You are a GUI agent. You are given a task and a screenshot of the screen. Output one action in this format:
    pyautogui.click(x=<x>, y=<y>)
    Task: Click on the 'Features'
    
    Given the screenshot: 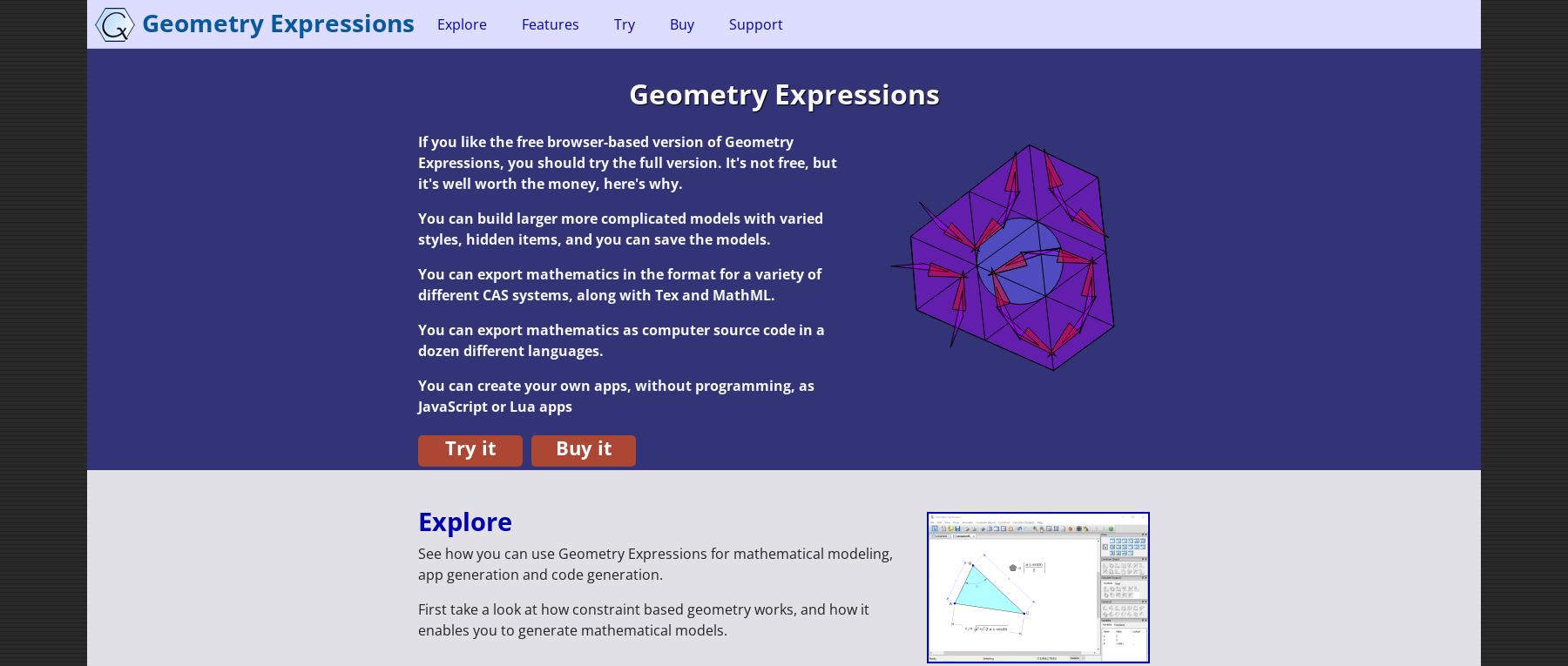 What is the action you would take?
    pyautogui.click(x=522, y=23)
    